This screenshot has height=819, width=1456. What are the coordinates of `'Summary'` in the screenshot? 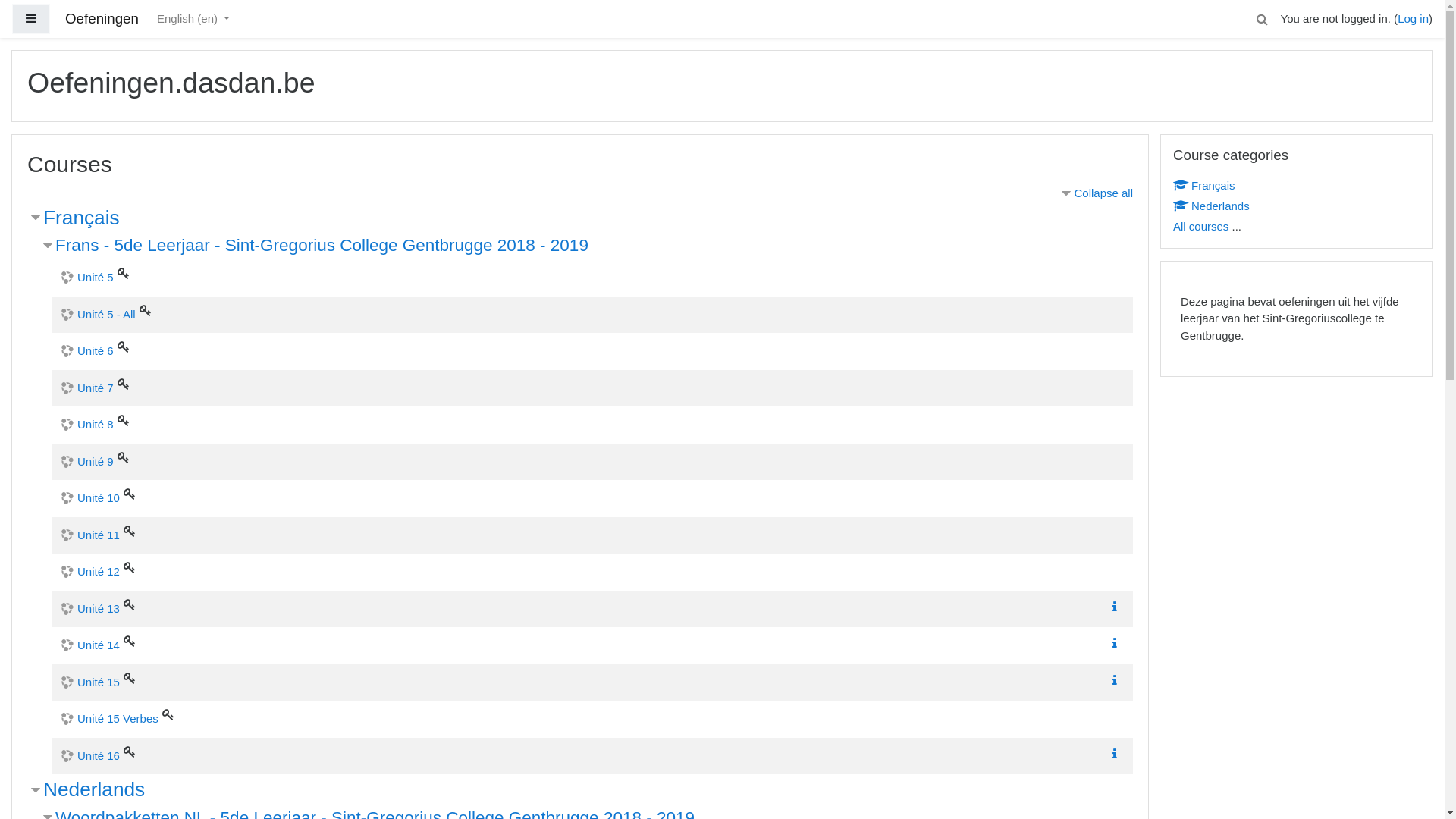 It's located at (1114, 605).